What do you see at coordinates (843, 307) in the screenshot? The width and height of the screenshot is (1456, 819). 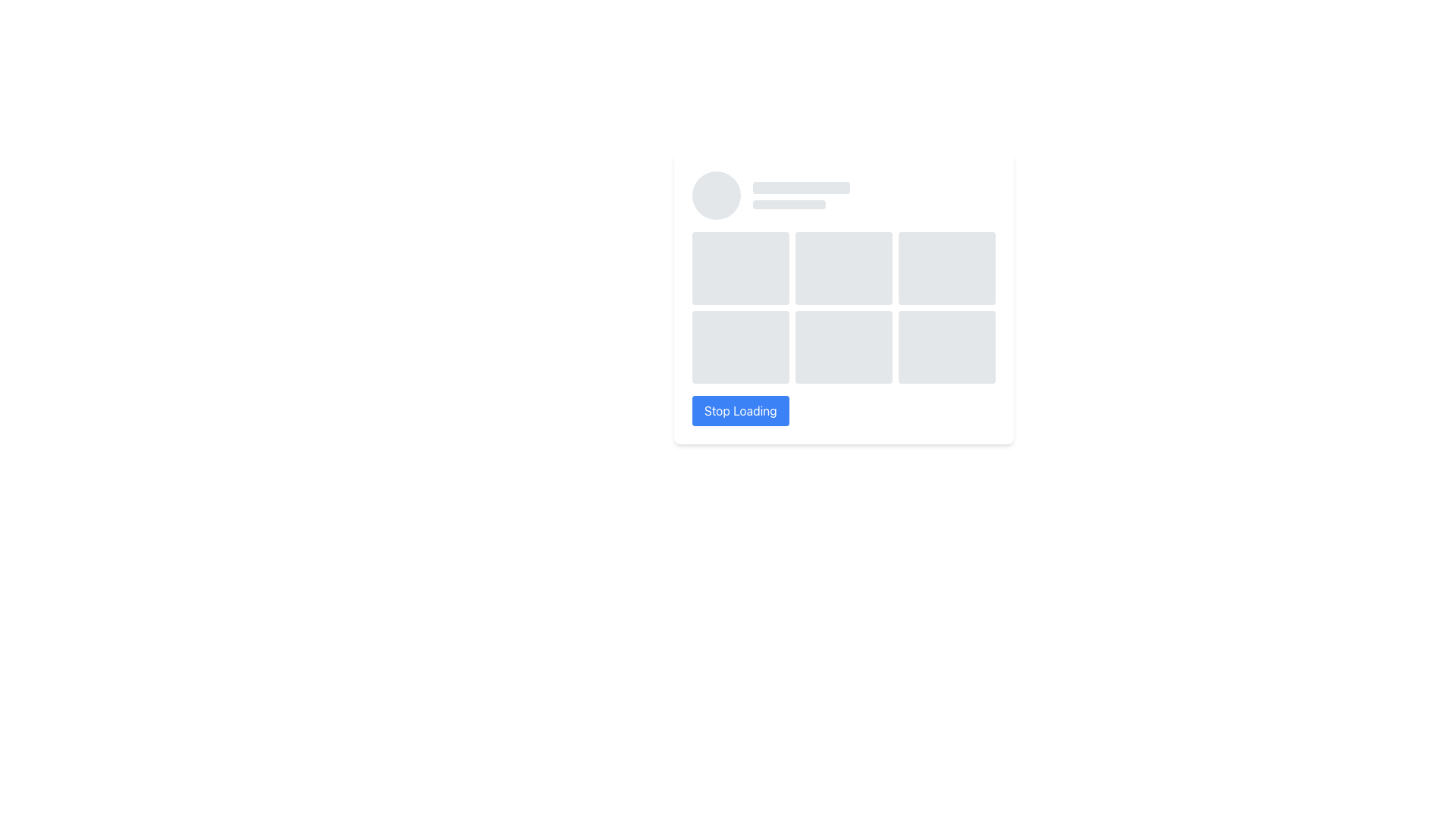 I see `the grid layout element that serves as a placeholder for loading content, located centrally in a card-like structure beneath user profile elements and above the 'Stop Loading' button` at bounding box center [843, 307].